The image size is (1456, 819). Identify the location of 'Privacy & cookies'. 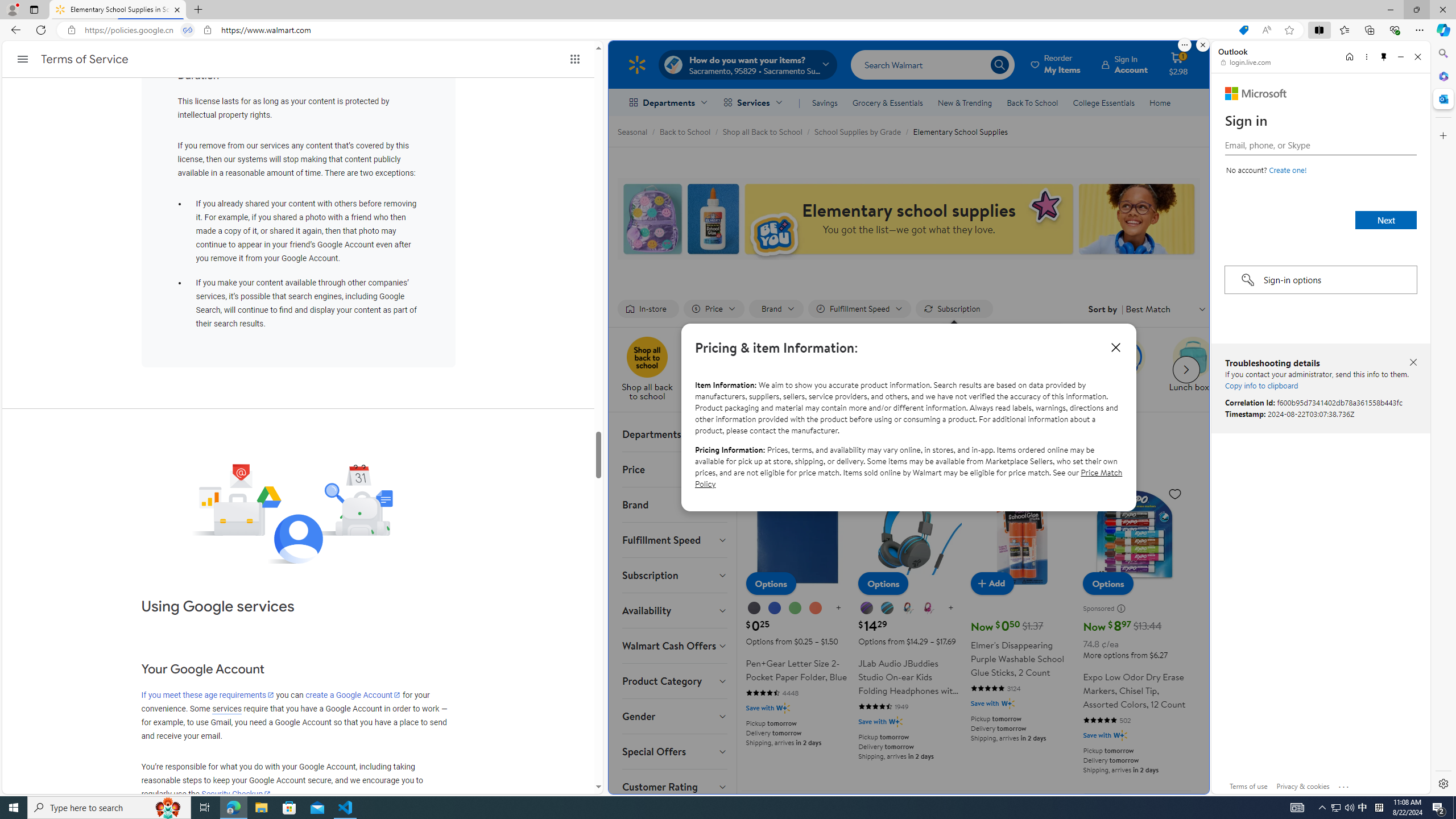
(1302, 785).